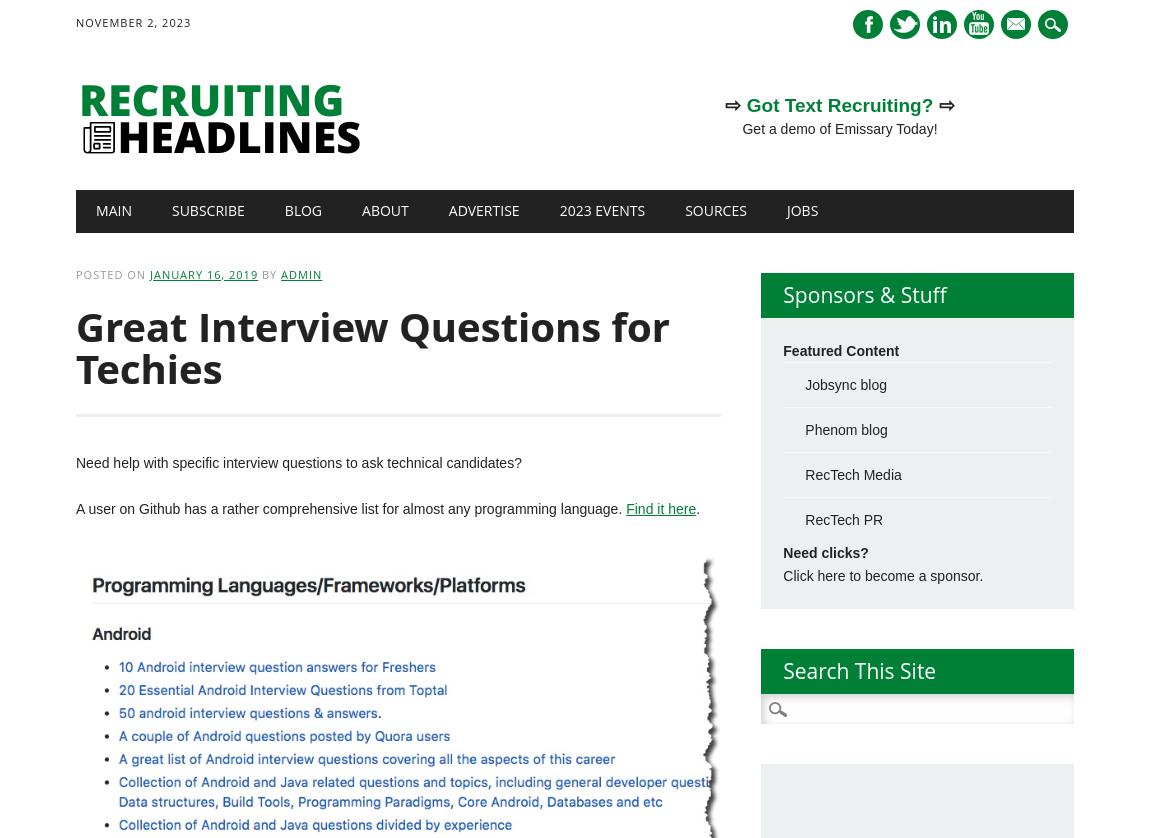 Image resolution: width=1150 pixels, height=838 pixels. What do you see at coordinates (362, 210) in the screenshot?
I see `'About'` at bounding box center [362, 210].